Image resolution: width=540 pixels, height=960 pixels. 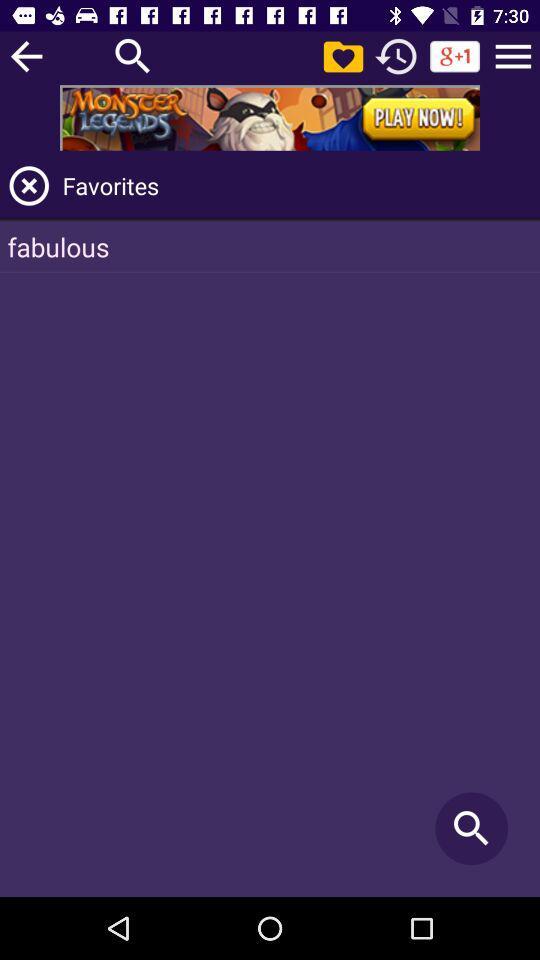 I want to click on the arrow_backward icon, so click(x=25, y=55).